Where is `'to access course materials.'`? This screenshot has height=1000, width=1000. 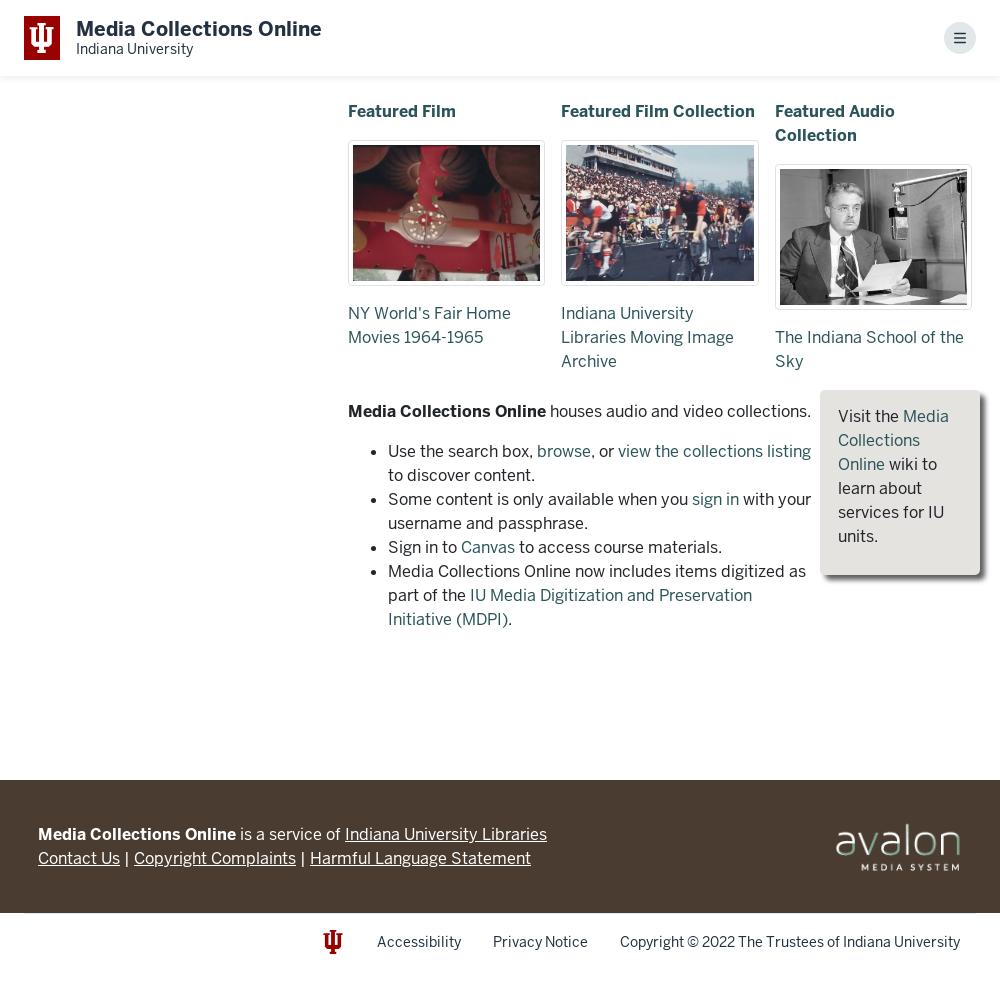 'to access course materials.' is located at coordinates (616, 547).